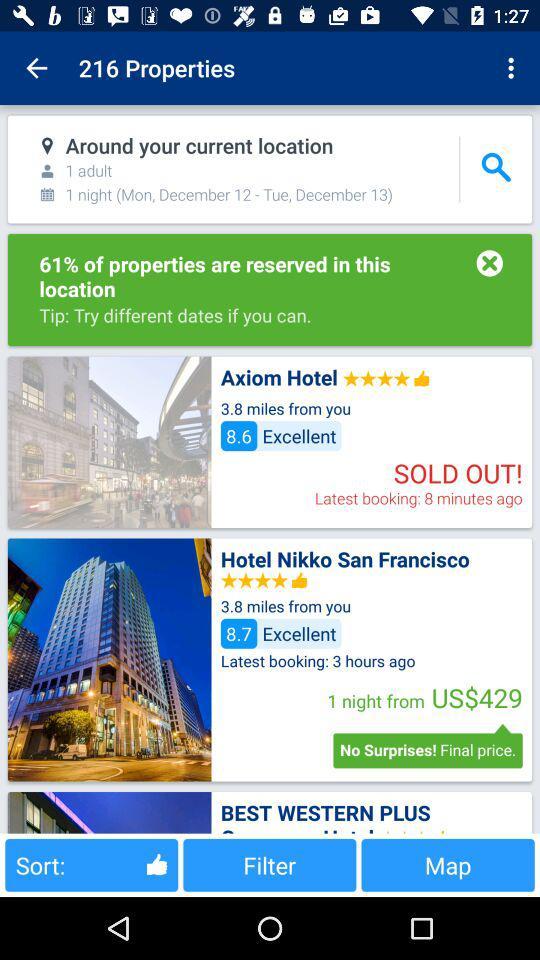  I want to click on item to the left of 216 properties item, so click(36, 68).